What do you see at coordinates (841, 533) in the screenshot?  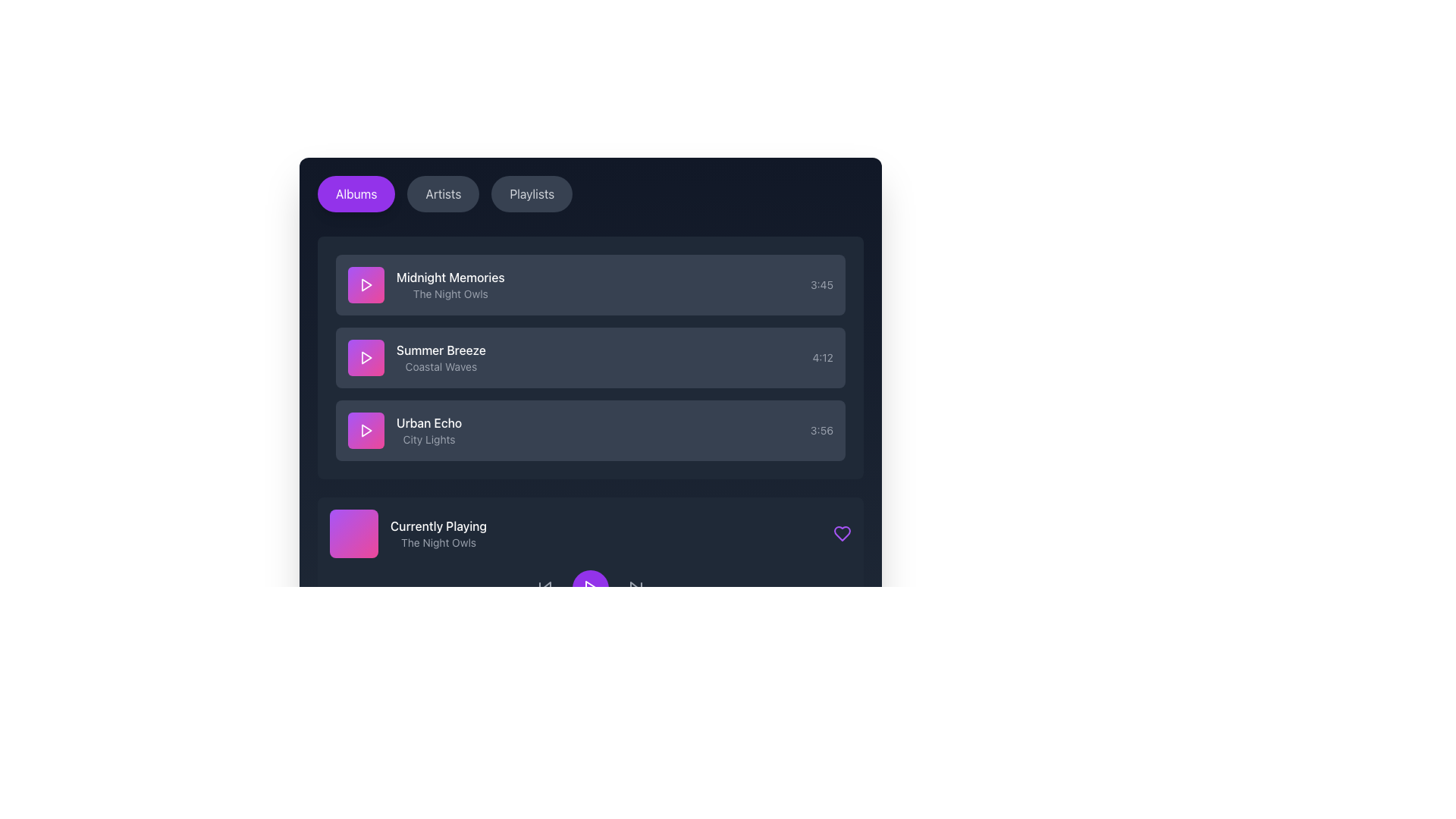 I see `the heart-shaped icon in the 'Currently Playing' section` at bounding box center [841, 533].